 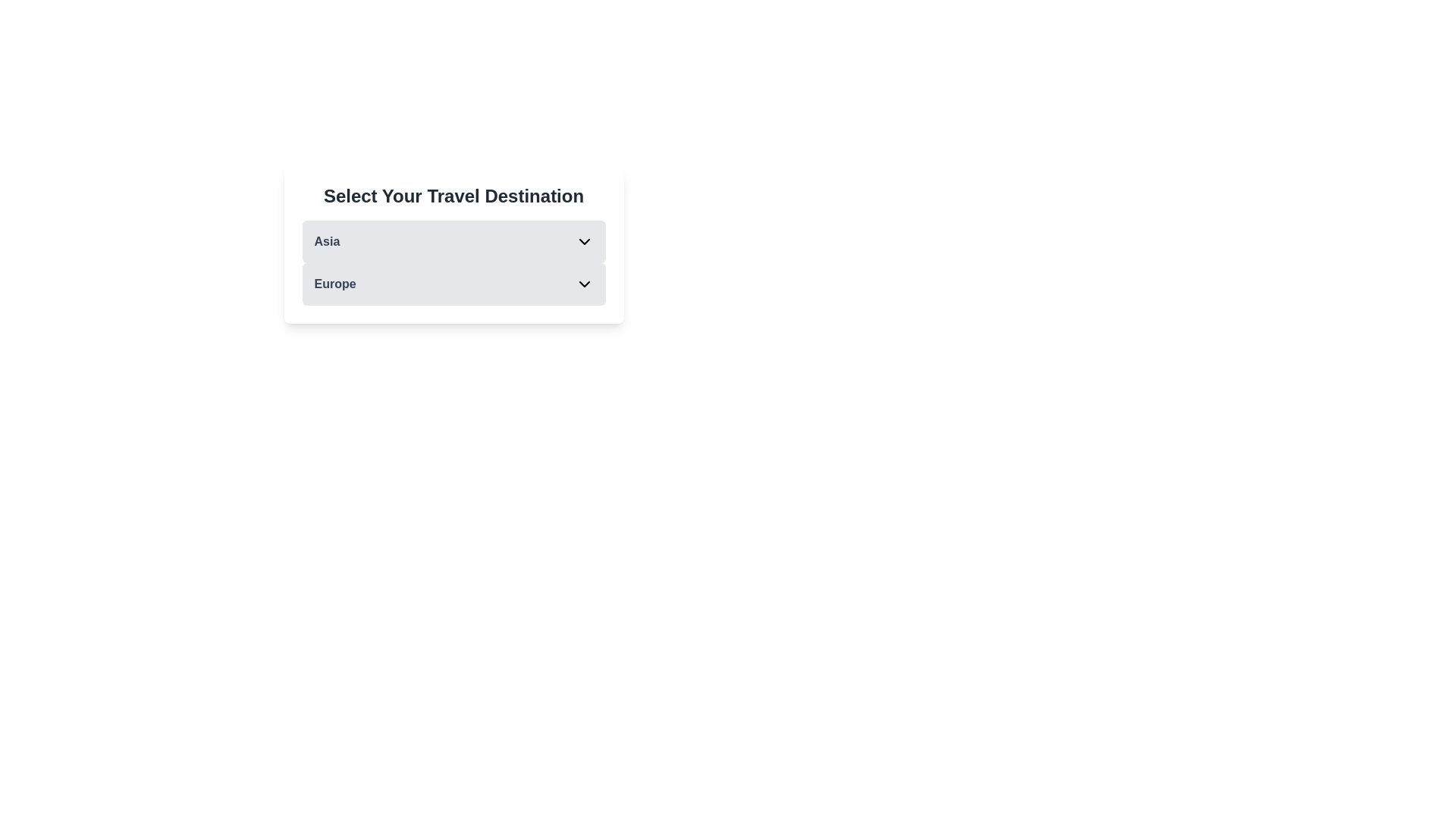 I want to click on the dropdown option labeled 'Asia', so click(x=453, y=241).